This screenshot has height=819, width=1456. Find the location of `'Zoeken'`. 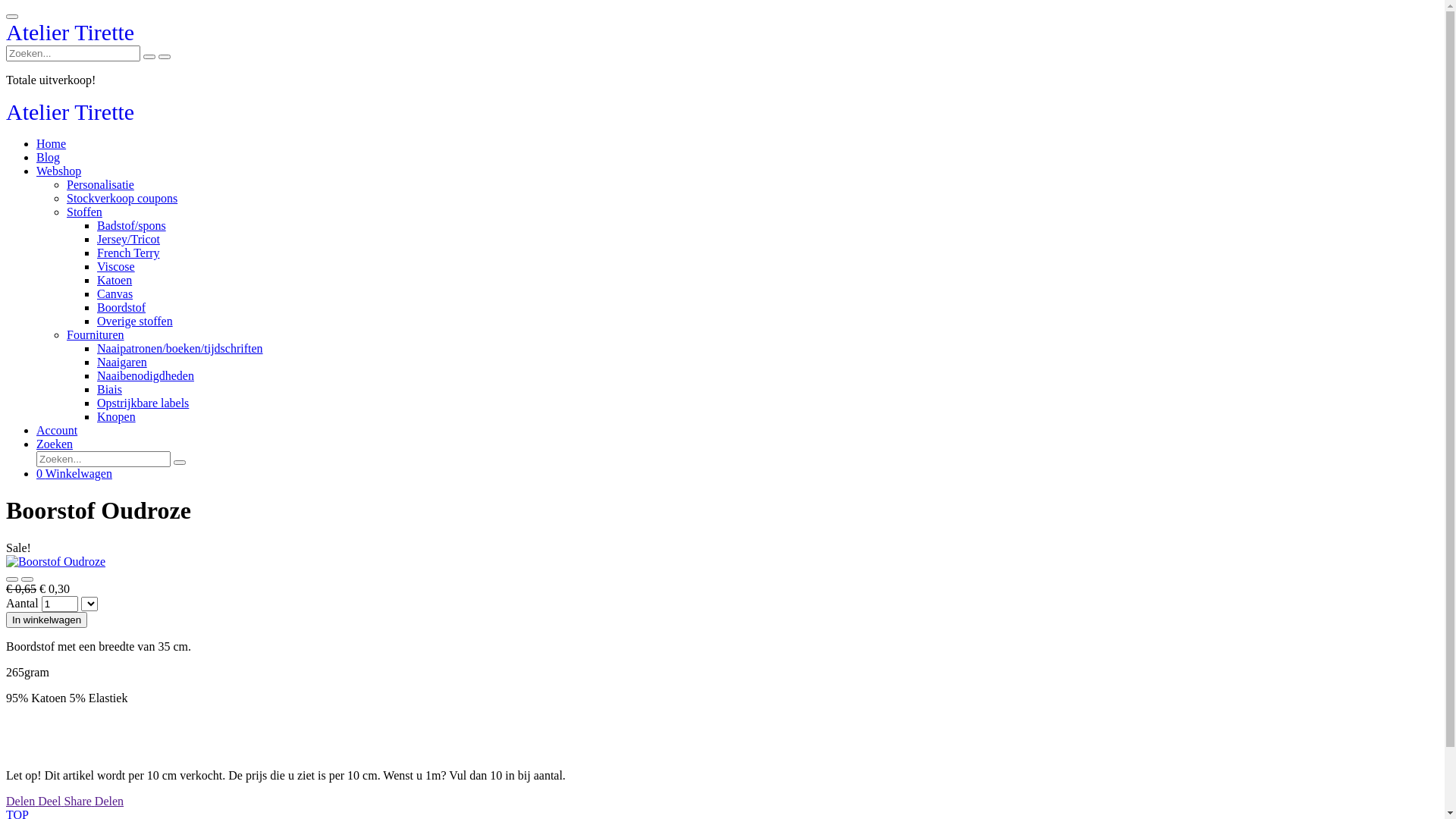

'Zoeken' is located at coordinates (55, 444).